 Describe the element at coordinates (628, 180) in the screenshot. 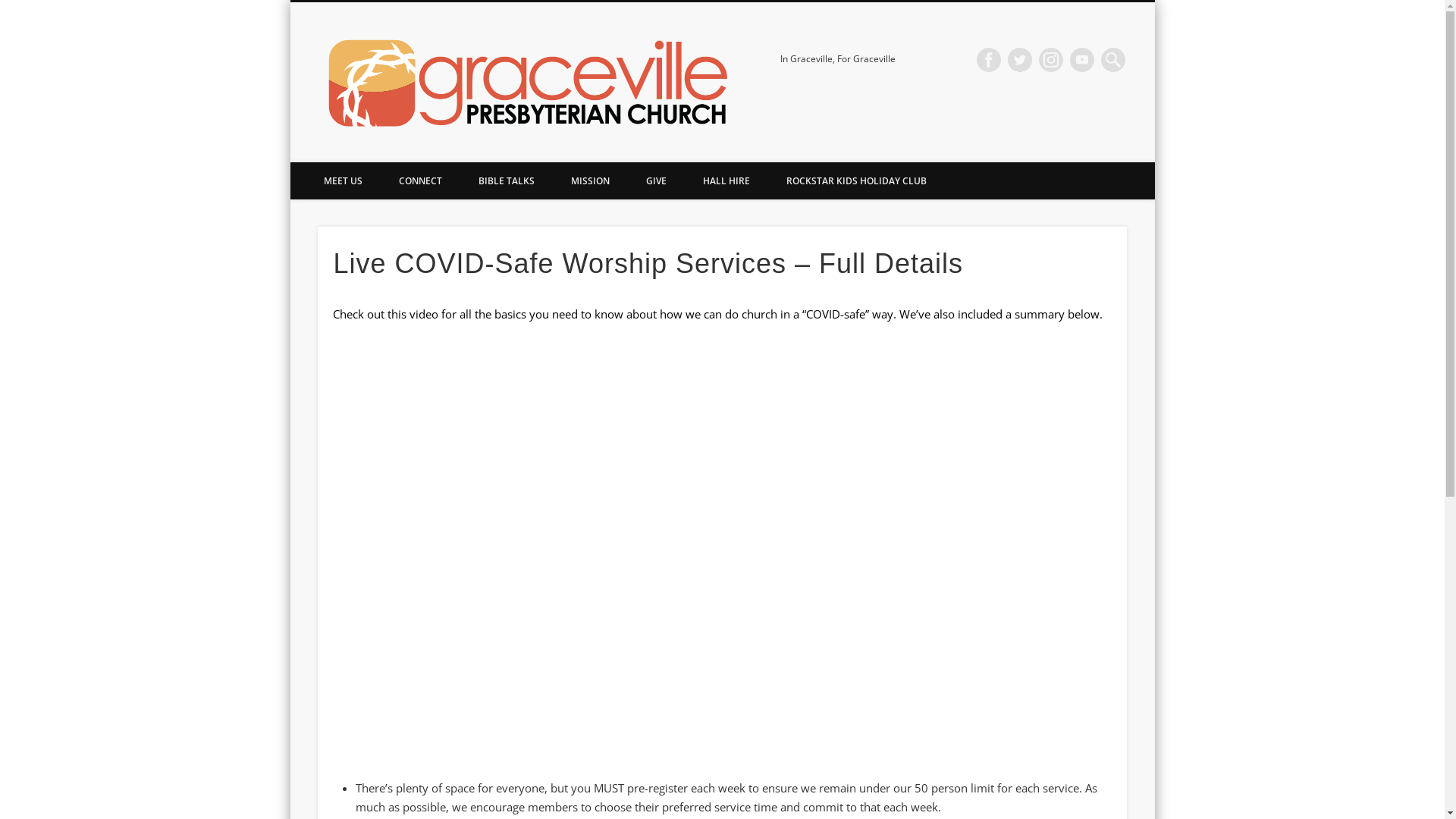

I see `'GIVE'` at that location.